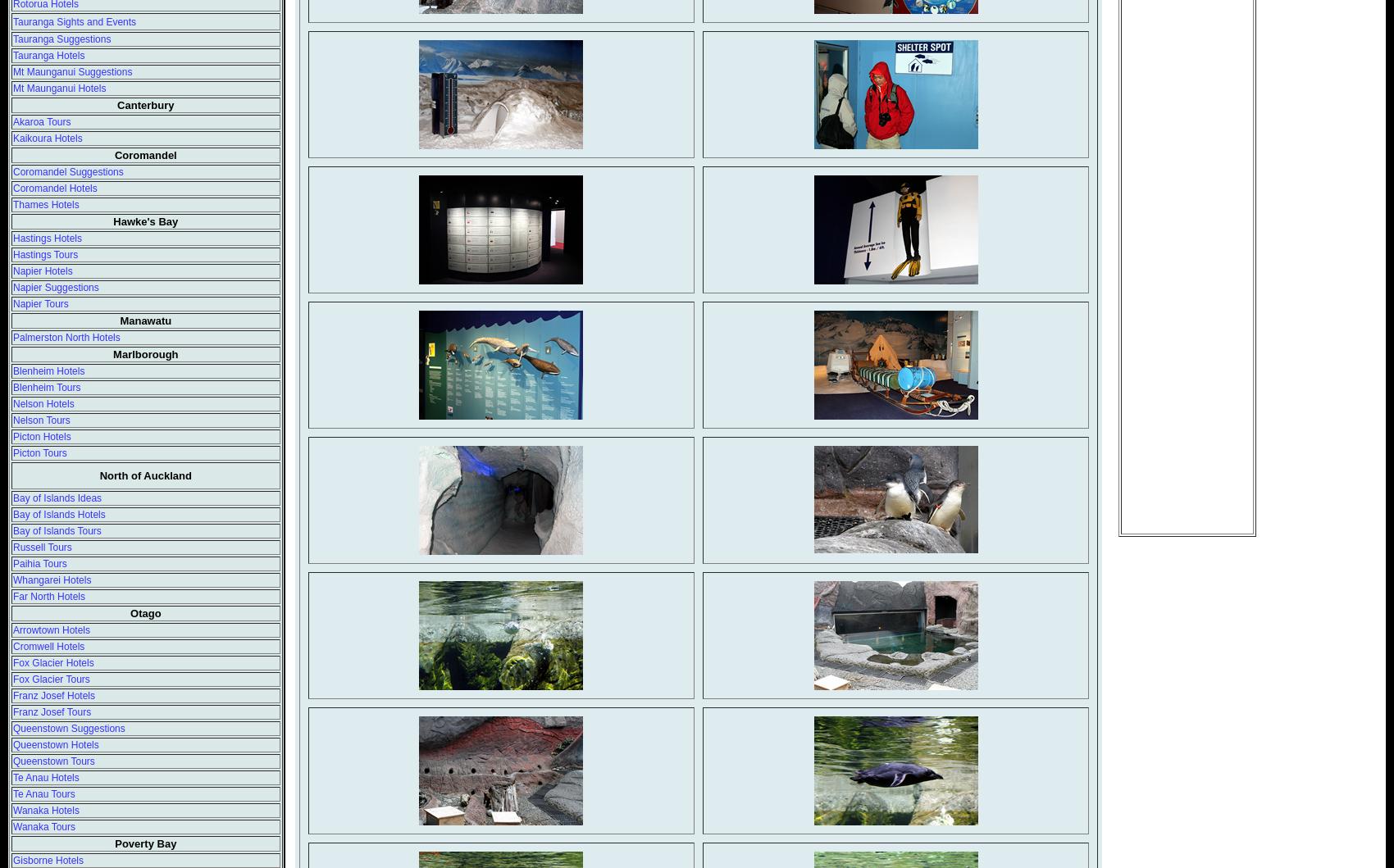  I want to click on 'Fox 
          Glacier Tours', so click(51, 678).